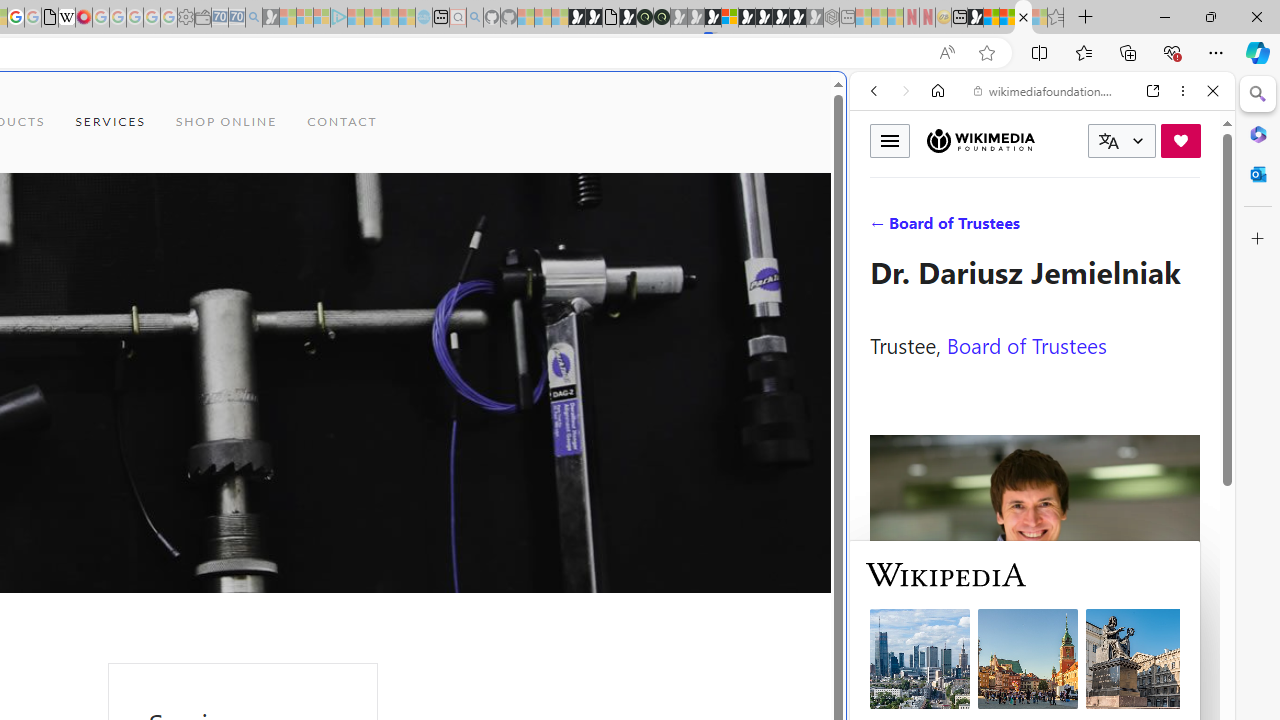  I want to click on 'CURRENT LANGUAGE:', so click(1121, 140).